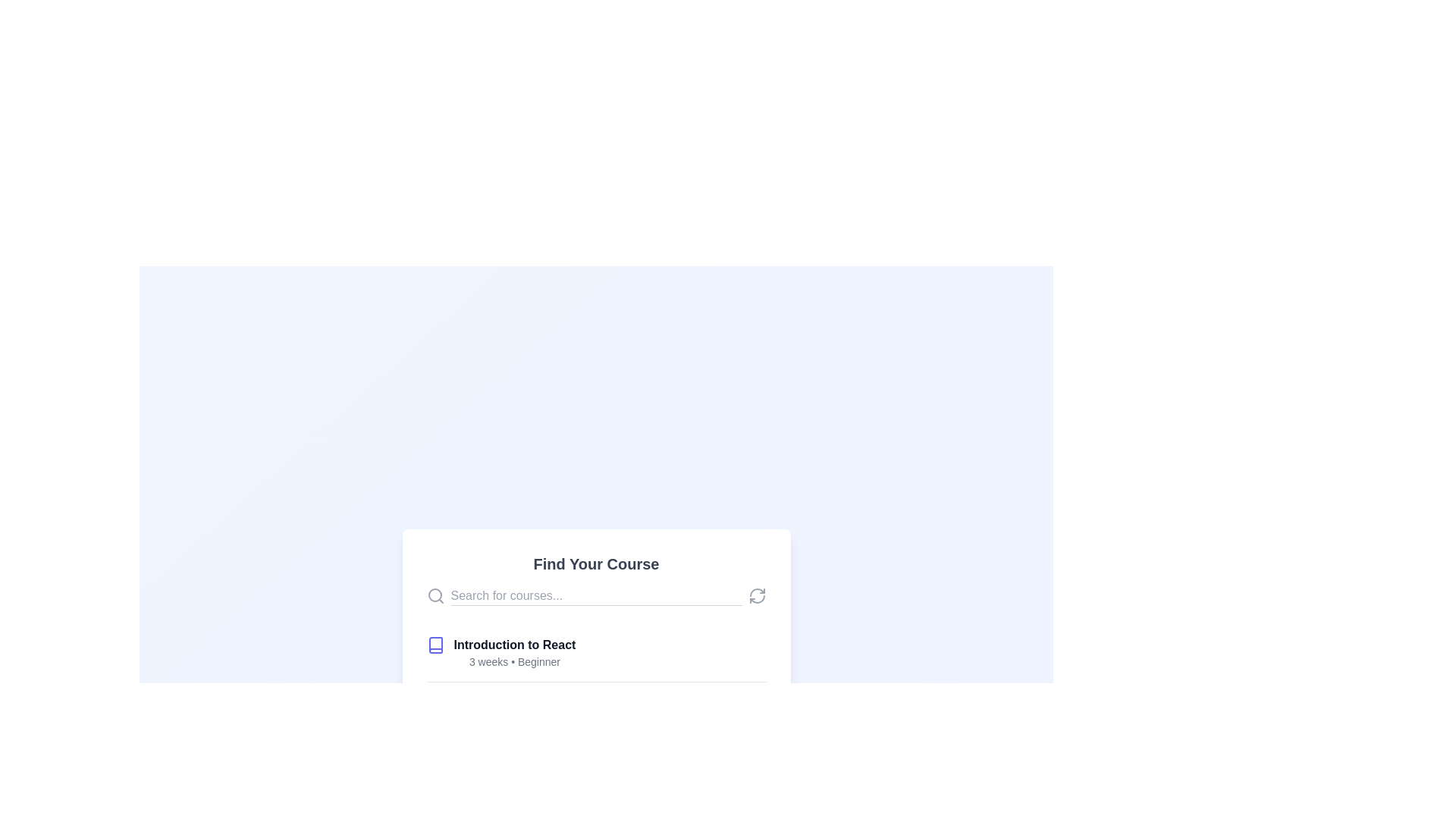  What do you see at coordinates (514, 645) in the screenshot?
I see `the title text label above '3 weeks • Beginner' in the 'Find Your Course' section for possible interaction` at bounding box center [514, 645].